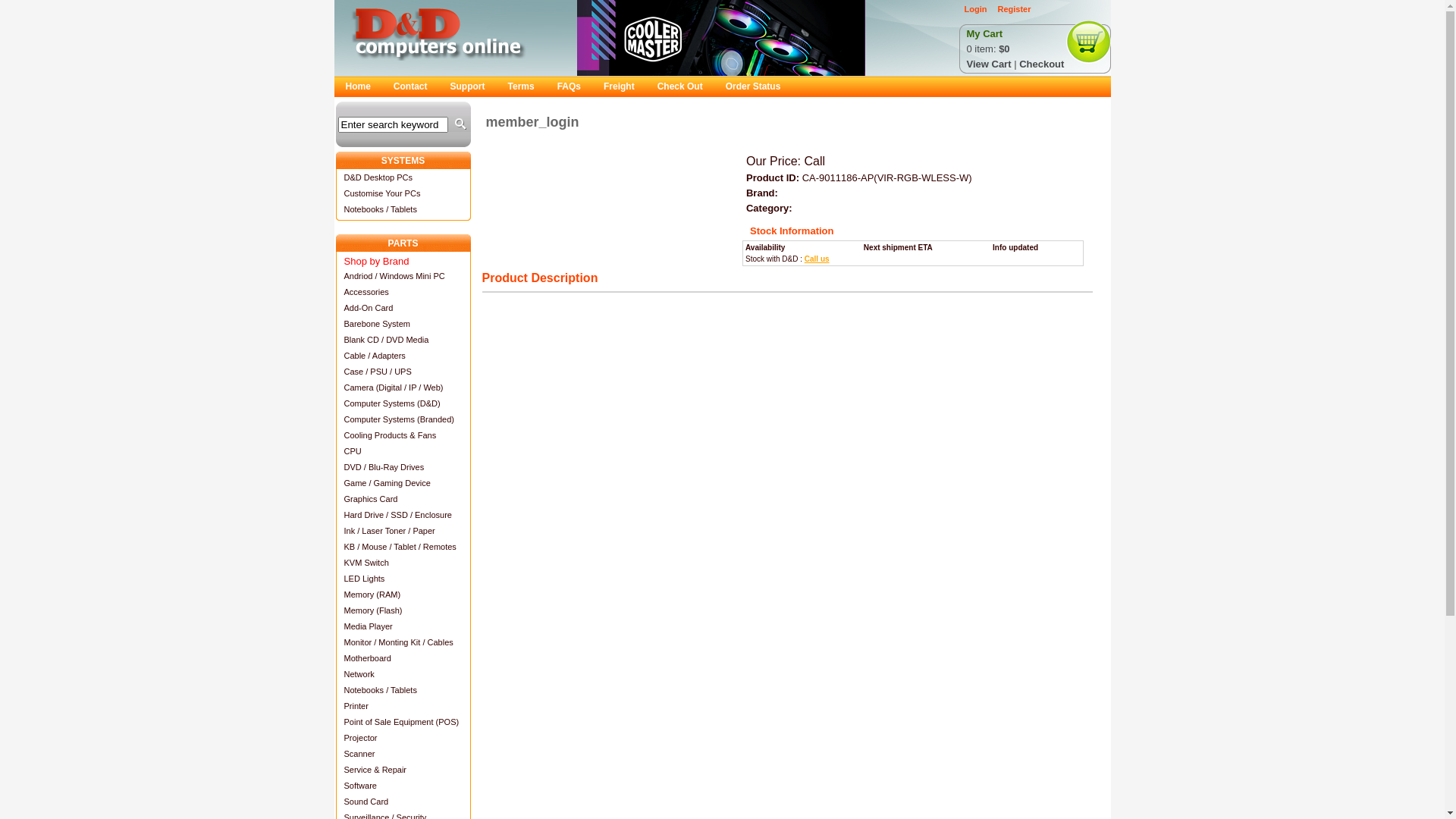 This screenshot has width=1456, height=819. What do you see at coordinates (753, 86) in the screenshot?
I see `'Order Status'` at bounding box center [753, 86].